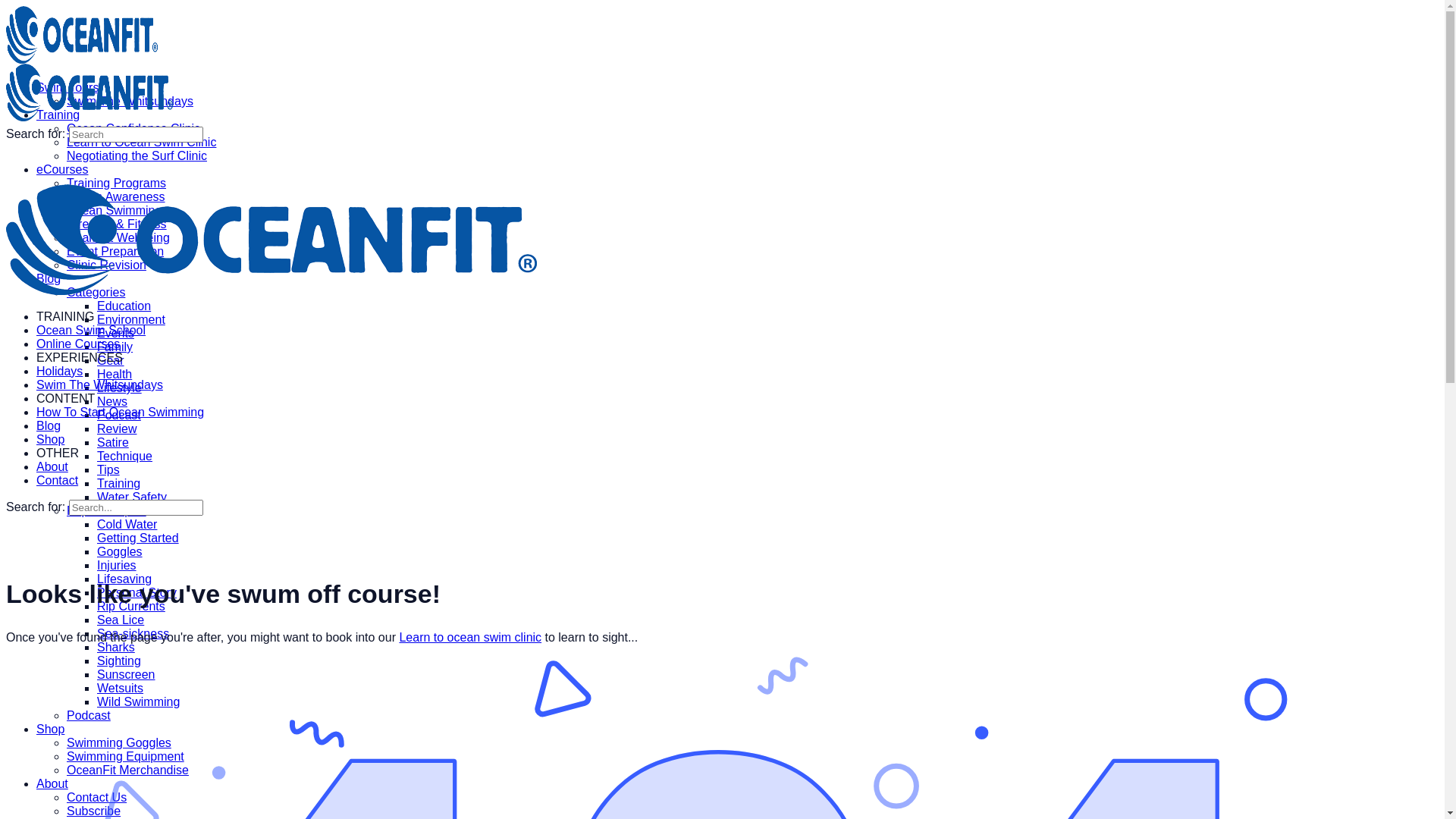 The image size is (1456, 819). Describe the element at coordinates (119, 412) in the screenshot. I see `'How To Start Ocean Swimming'` at that location.